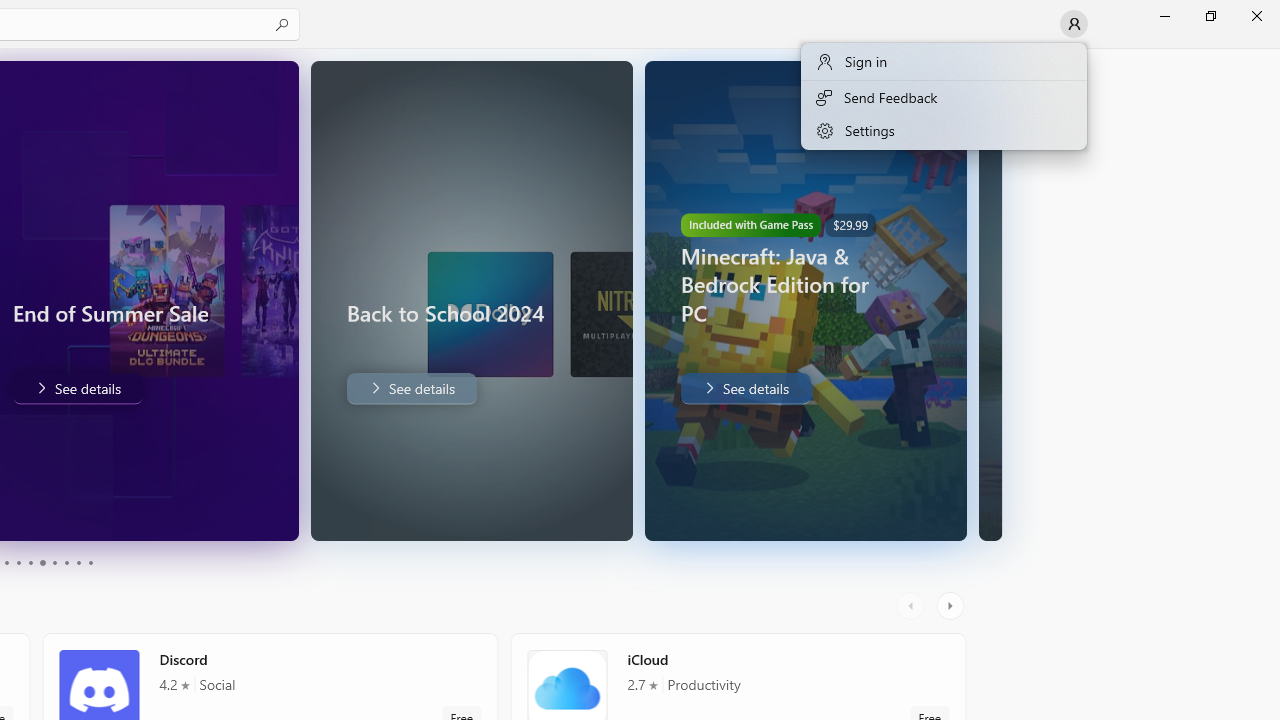  Describe the element at coordinates (89, 563) in the screenshot. I see `'Page 10'` at that location.